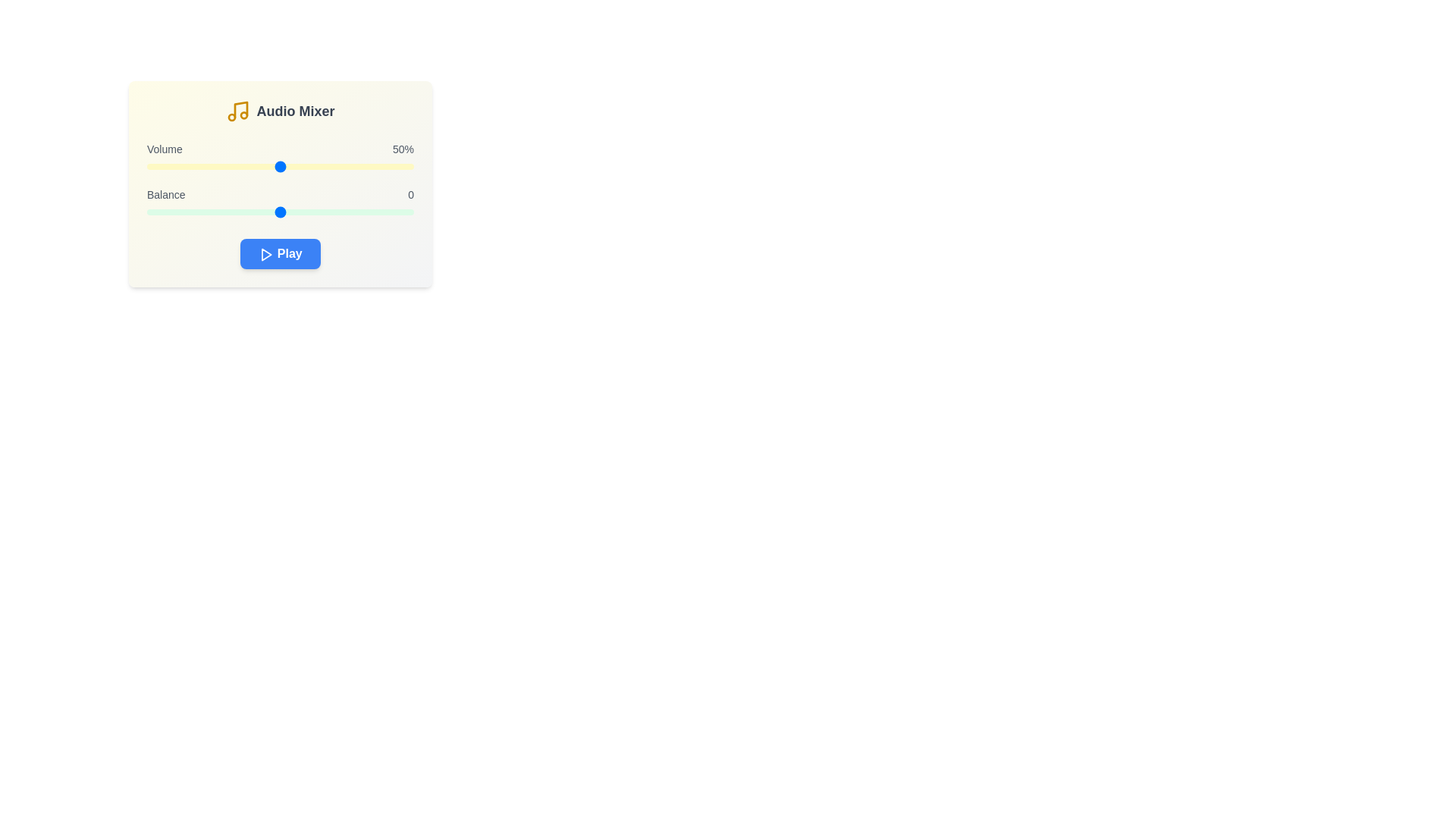 This screenshot has width=1456, height=819. I want to click on the playback control button located below the 'Volume' and 'Balance' sliders in the 'Audio Mixer' interface, so click(280, 253).